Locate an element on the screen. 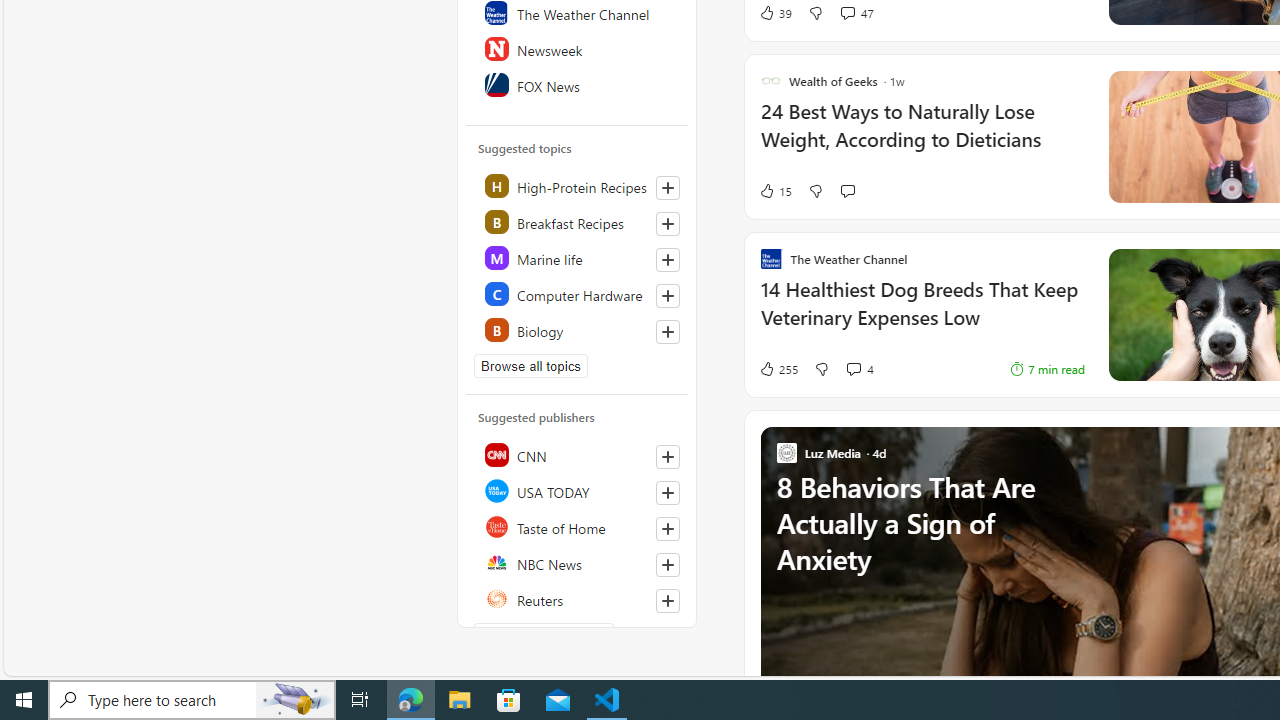  '14 Healthiest Dog Breeds That Keep Veterinary Expenses Low' is located at coordinates (921, 313).